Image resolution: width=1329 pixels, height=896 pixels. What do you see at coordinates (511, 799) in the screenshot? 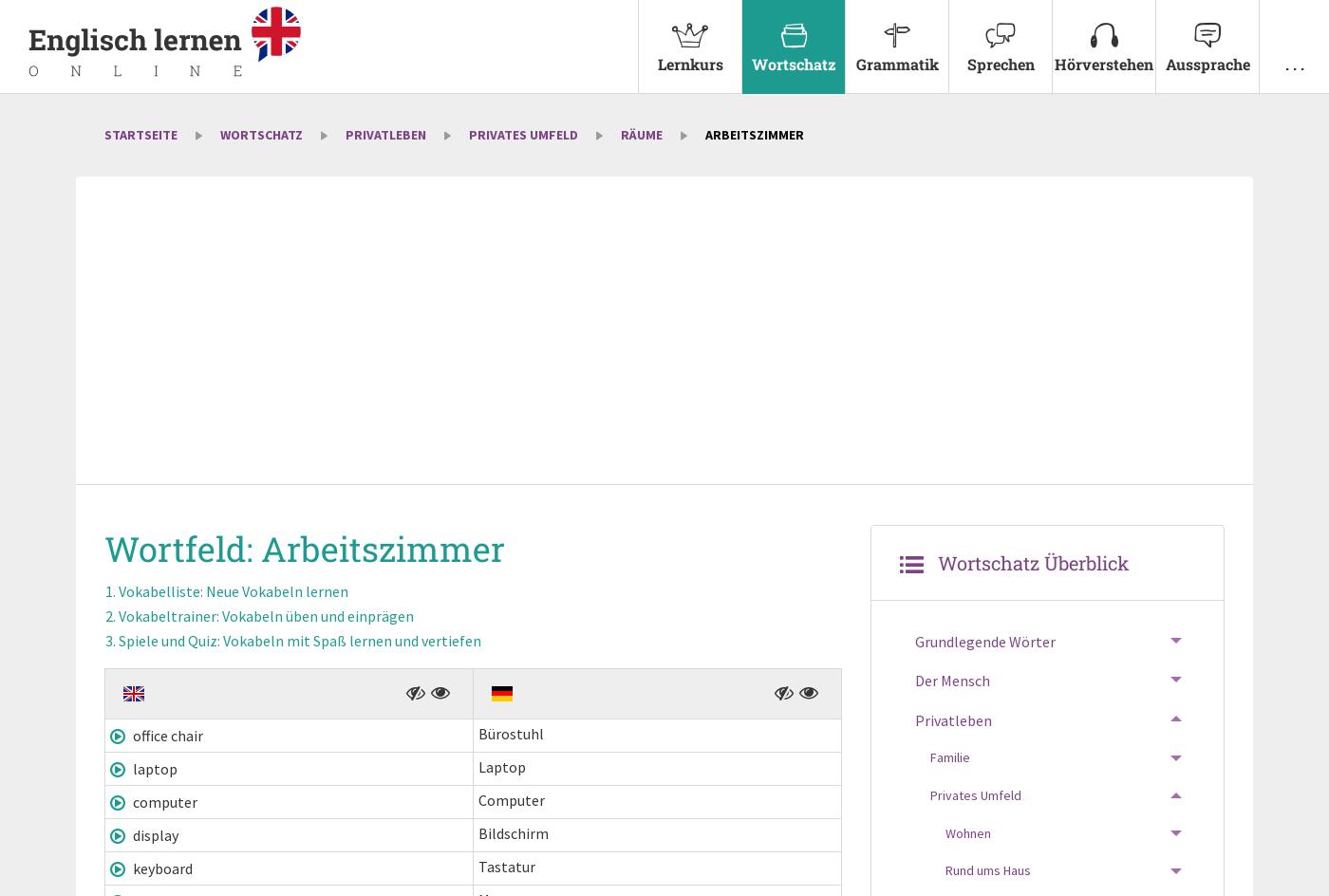
I see `'Computer'` at bounding box center [511, 799].